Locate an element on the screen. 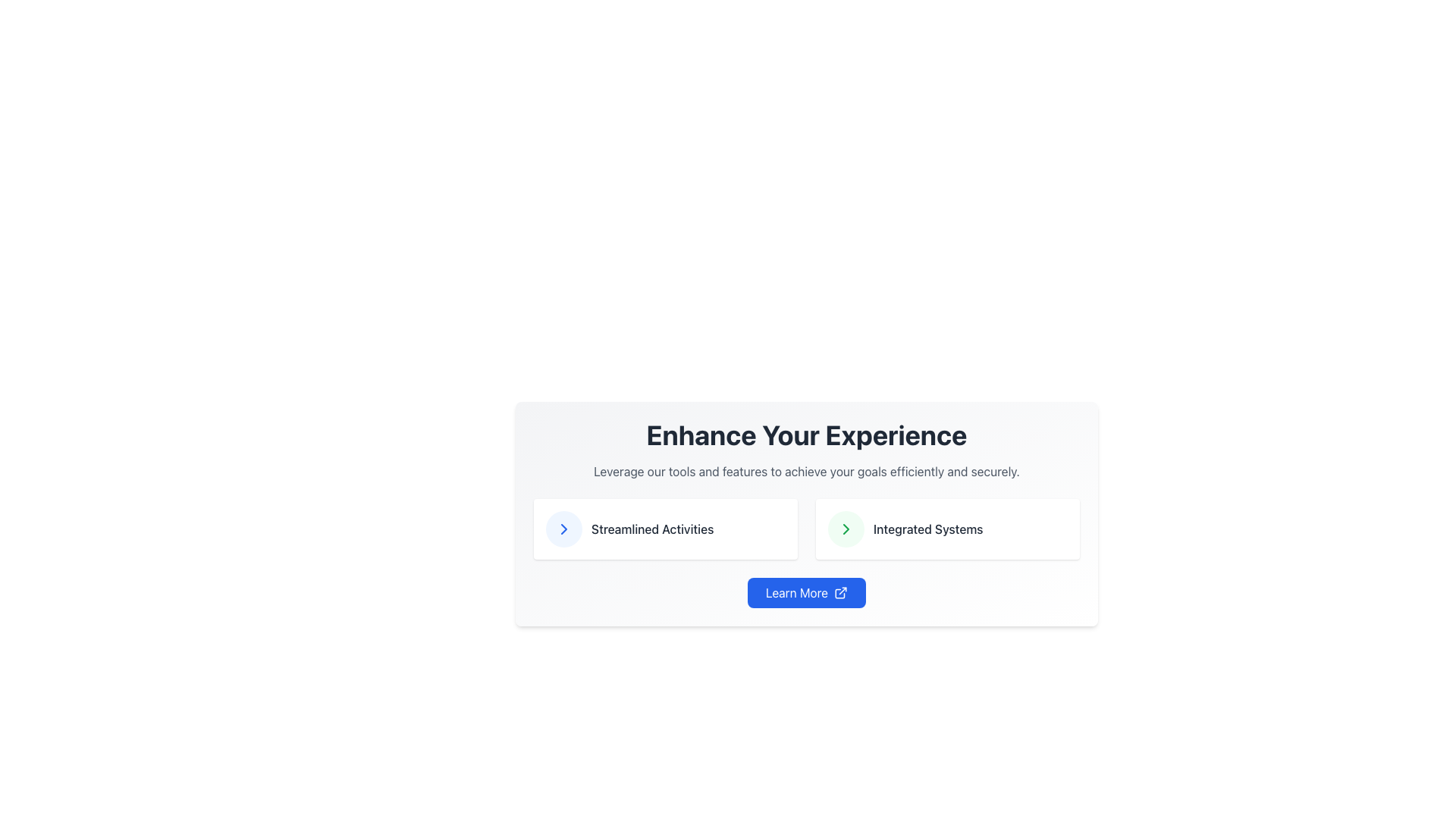 This screenshot has width=1456, height=819. the Static Text displaying 'Streamlined Activities', which is styled in medium-weight, dark gray font and positioned within a white, rounded rectangular card is located at coordinates (652, 529).